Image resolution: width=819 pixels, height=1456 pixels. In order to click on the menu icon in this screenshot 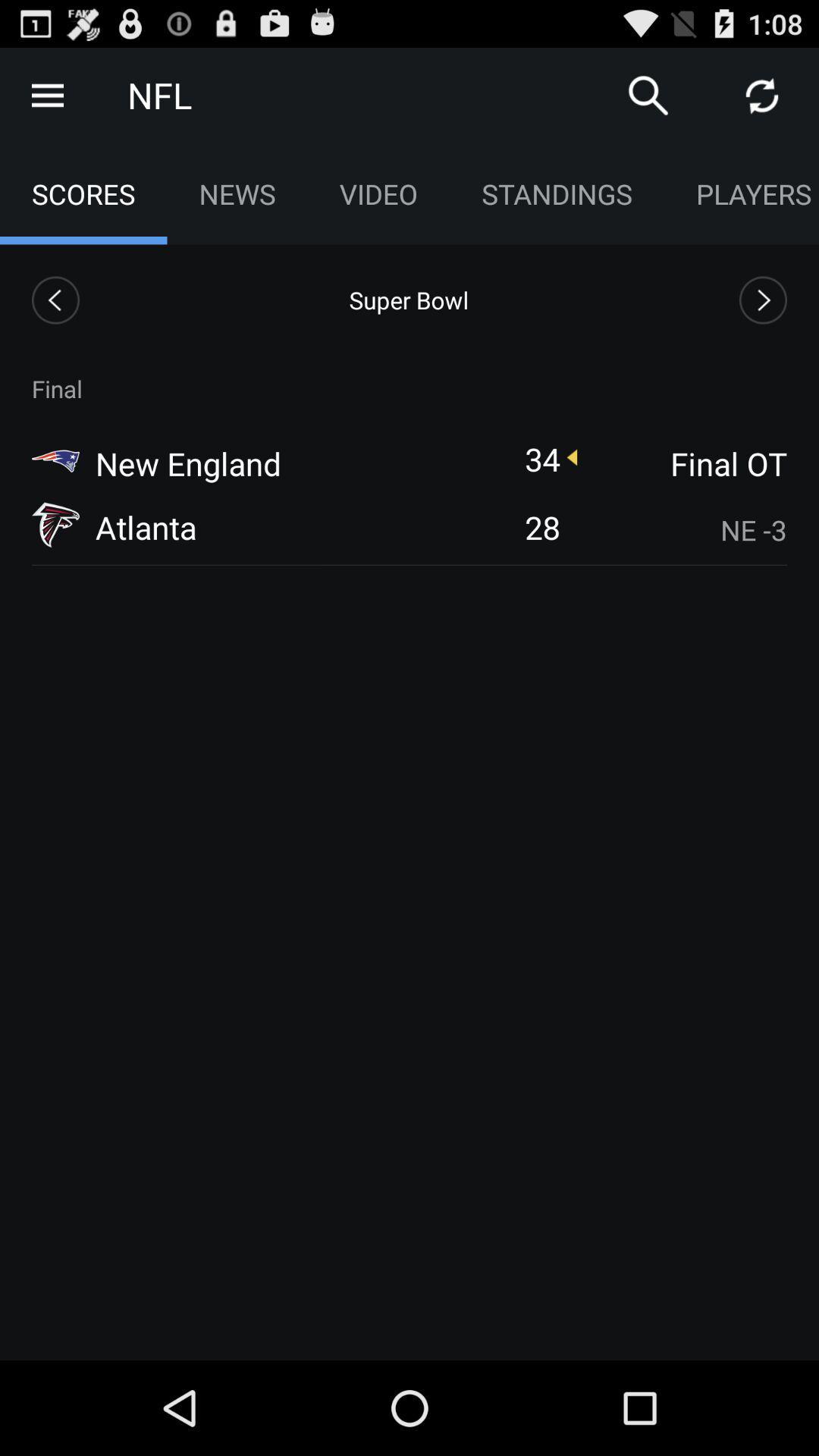, I will do `click(46, 101)`.